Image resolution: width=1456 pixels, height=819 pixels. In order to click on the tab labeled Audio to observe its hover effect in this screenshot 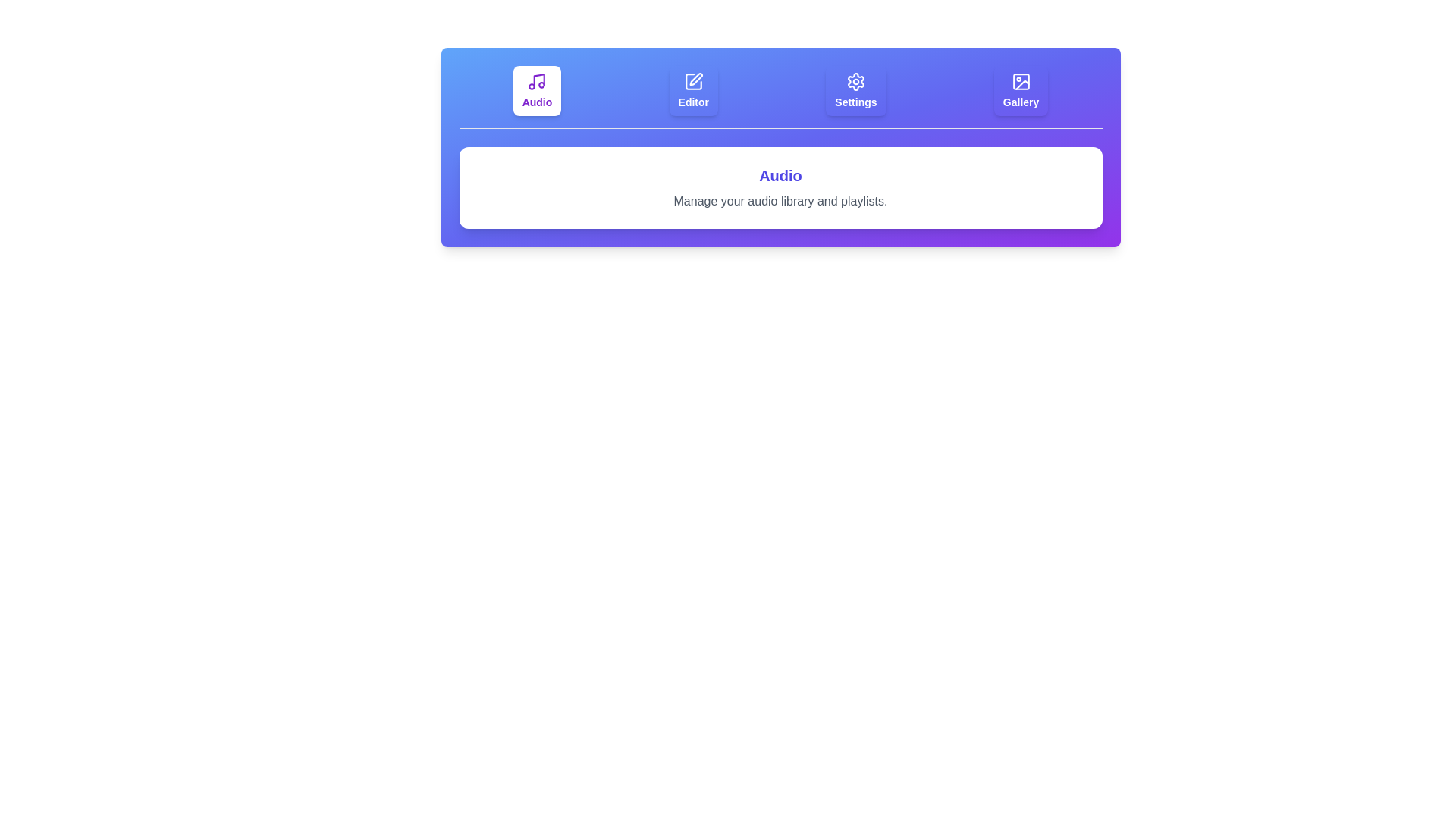, I will do `click(537, 90)`.